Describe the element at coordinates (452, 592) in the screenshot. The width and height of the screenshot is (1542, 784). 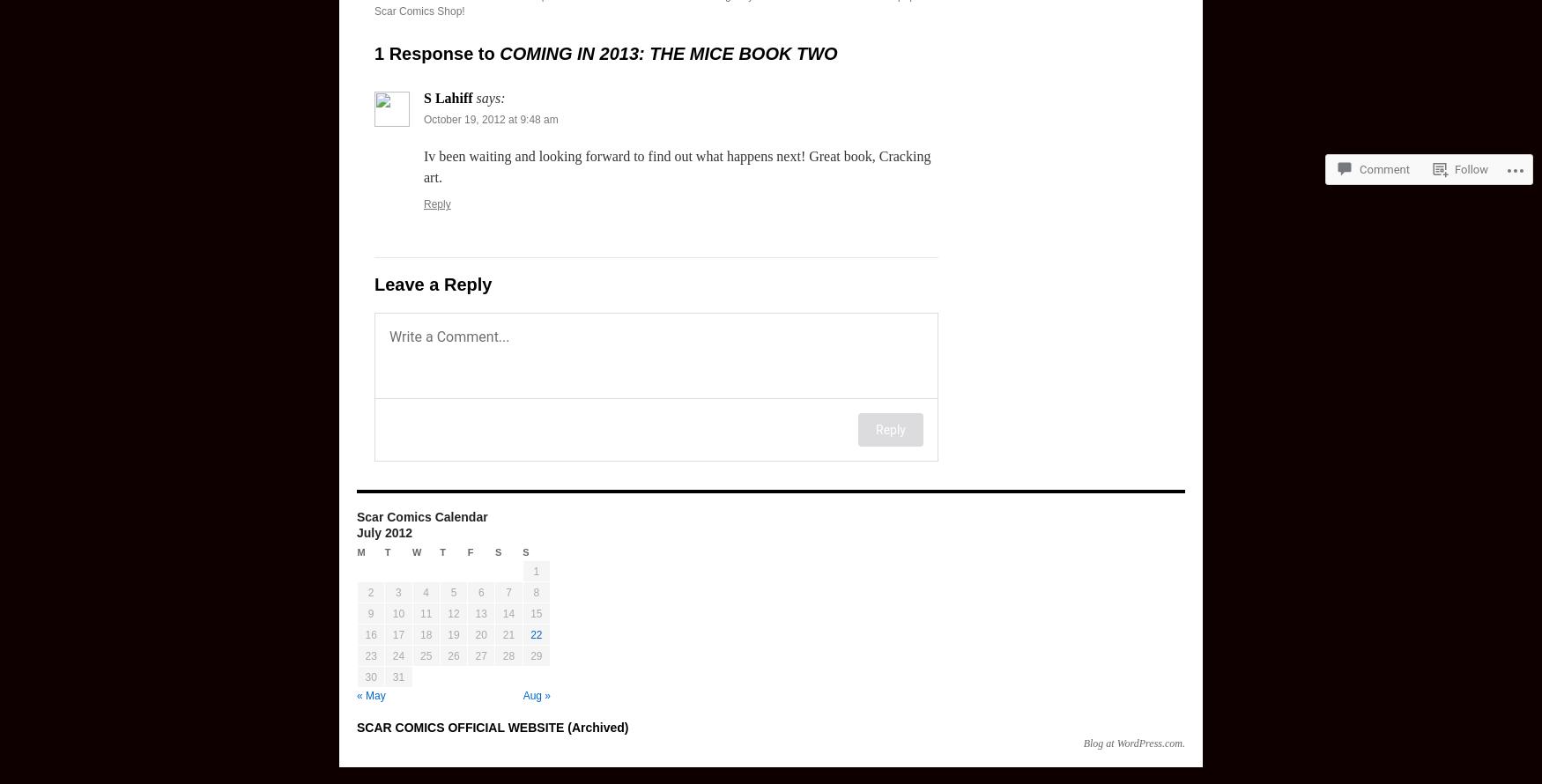
I see `'5'` at that location.